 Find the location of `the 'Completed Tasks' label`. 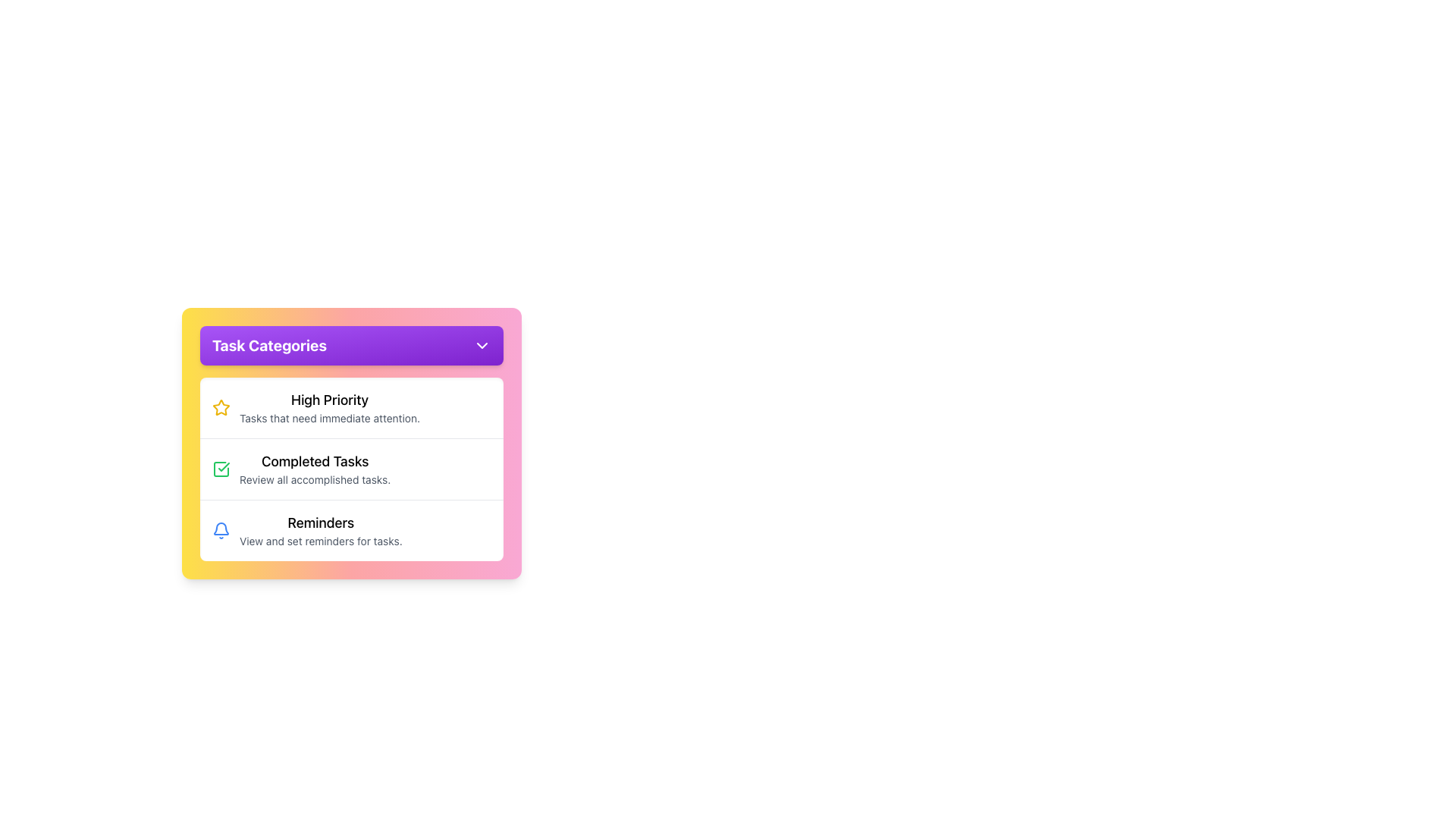

the 'Completed Tasks' label is located at coordinates (314, 461).